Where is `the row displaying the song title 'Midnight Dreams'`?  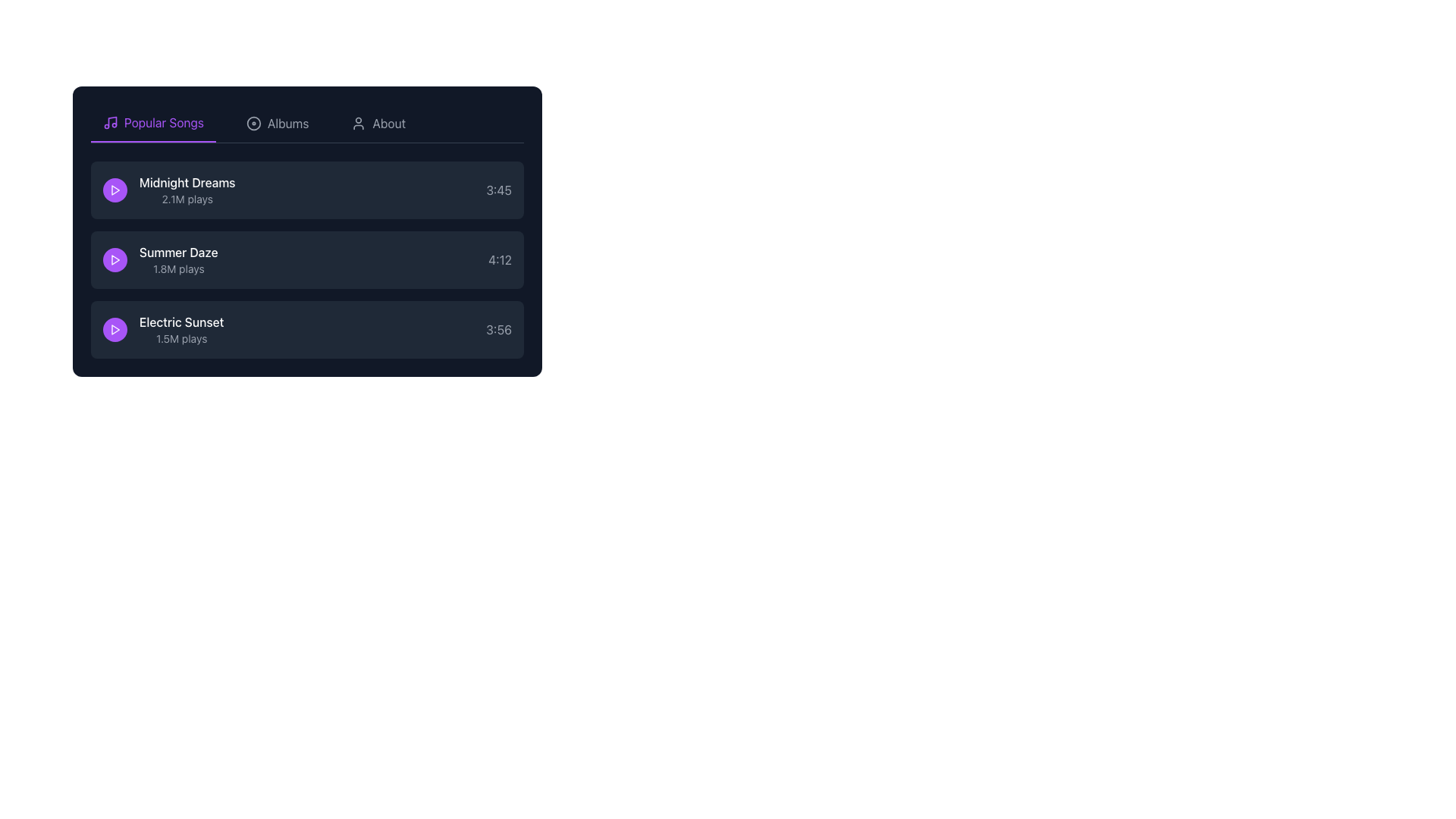
the row displaying the song title 'Midnight Dreams' is located at coordinates (186, 189).